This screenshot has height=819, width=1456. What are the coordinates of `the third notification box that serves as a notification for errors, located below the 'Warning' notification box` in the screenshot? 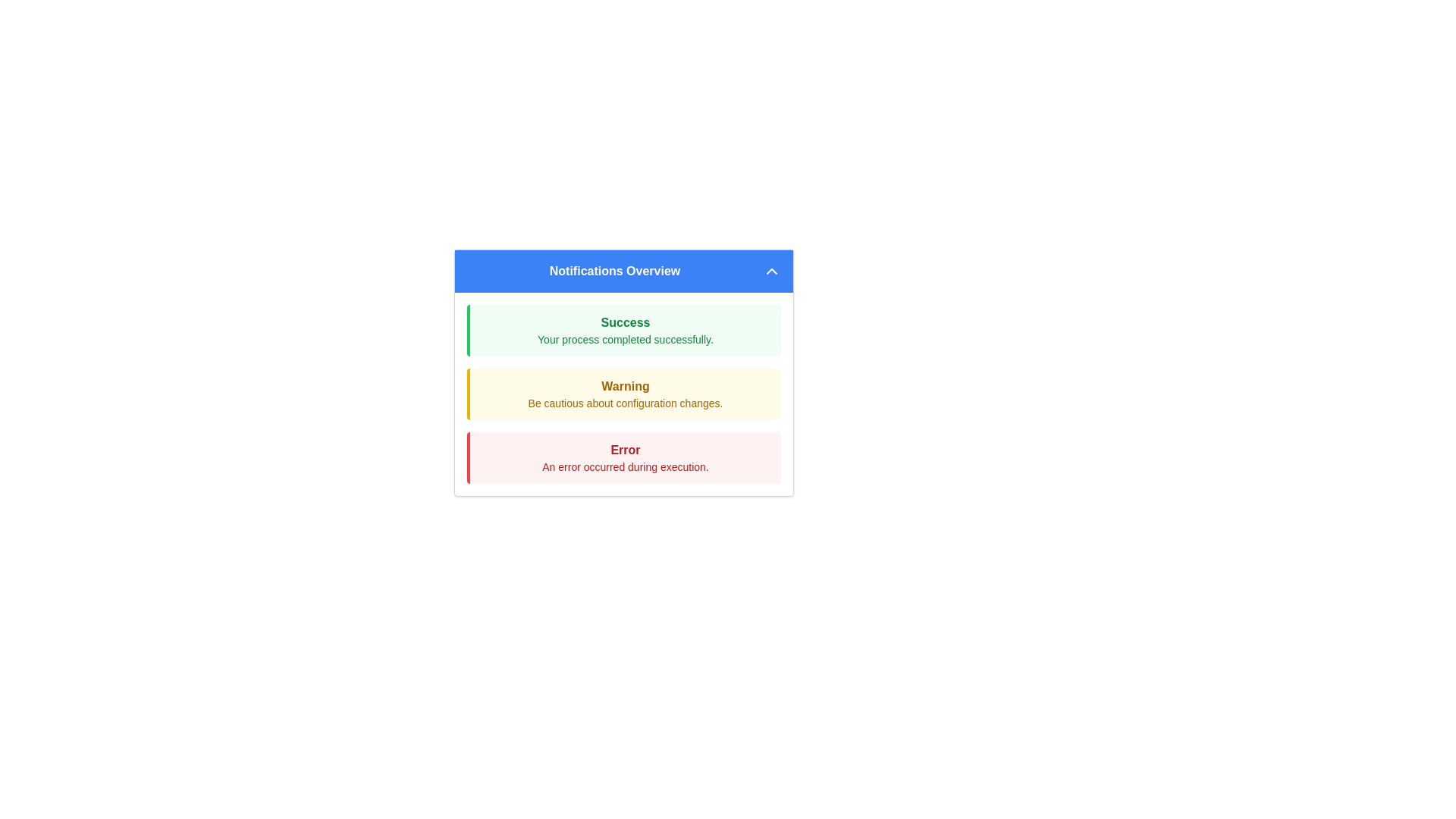 It's located at (623, 457).